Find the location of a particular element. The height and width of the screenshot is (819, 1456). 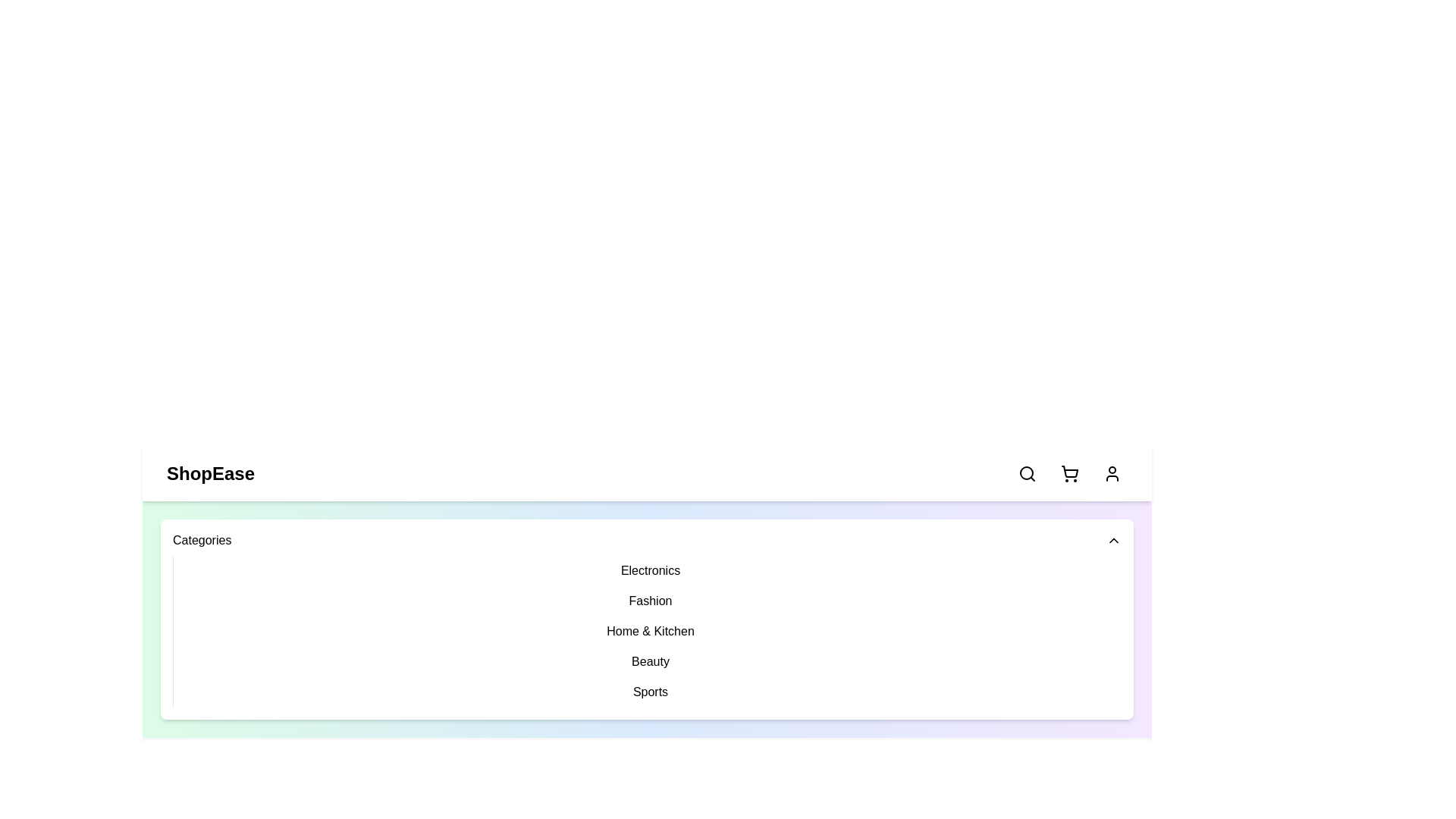

the shopping cart icon in the top navigation bar is located at coordinates (1069, 472).